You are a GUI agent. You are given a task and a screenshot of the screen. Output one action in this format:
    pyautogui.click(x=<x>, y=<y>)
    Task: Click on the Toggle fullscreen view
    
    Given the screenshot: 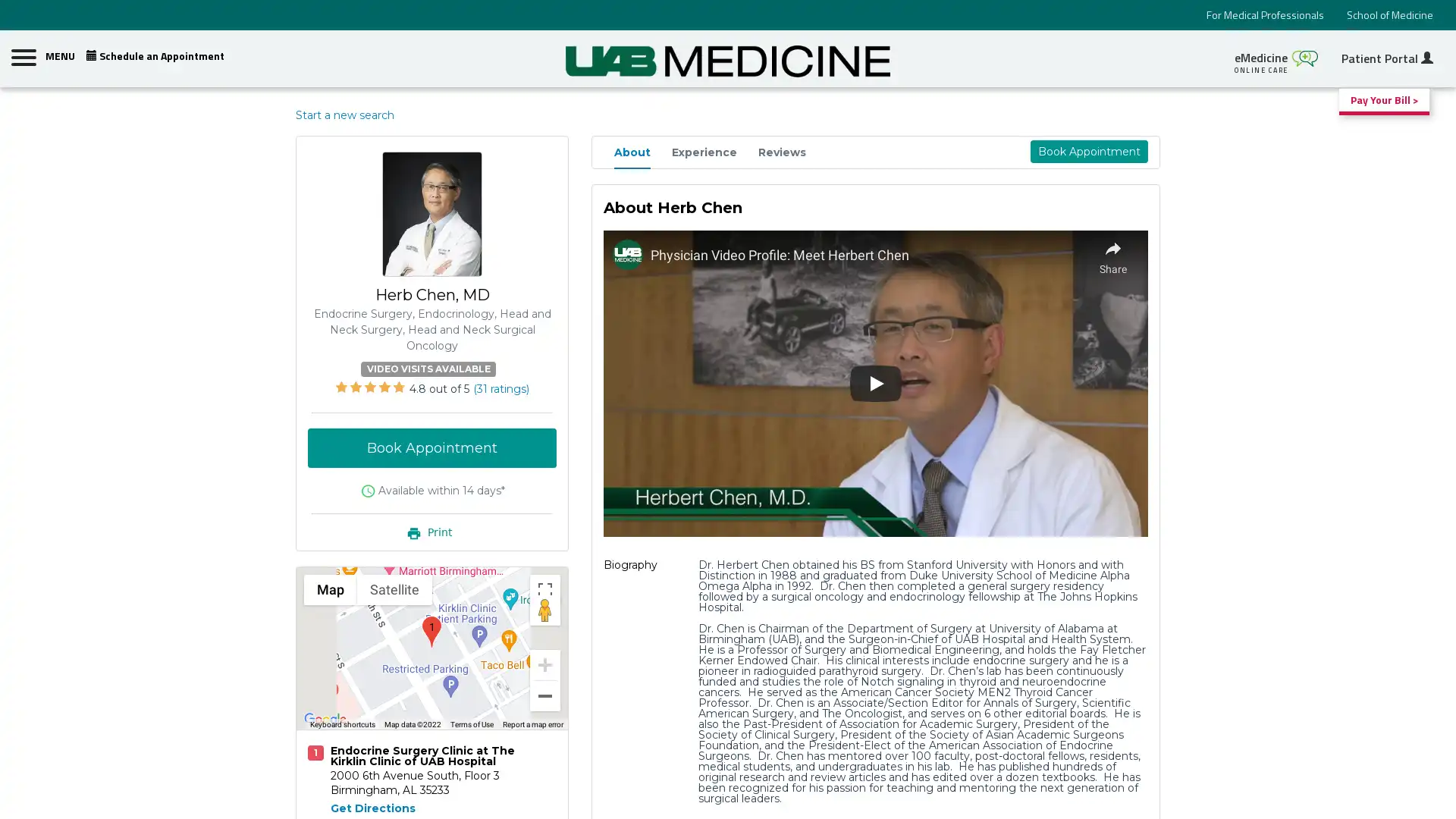 What is the action you would take?
    pyautogui.click(x=545, y=588)
    